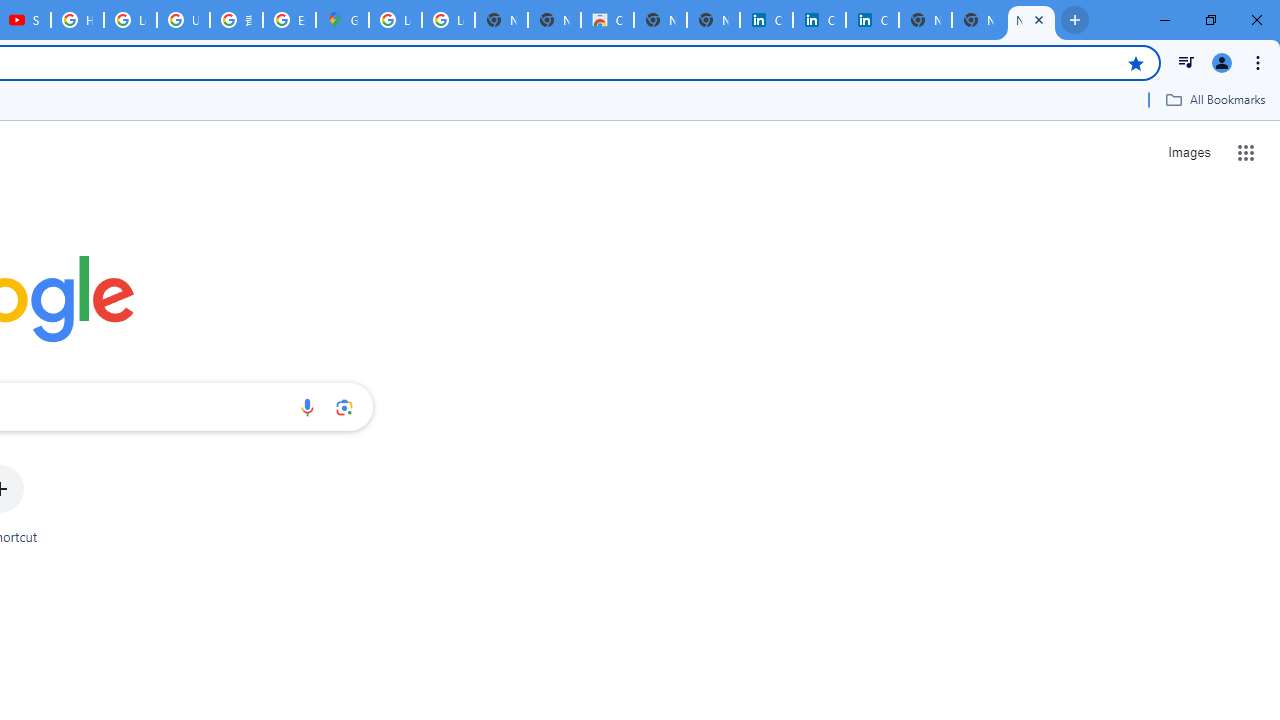  Describe the element at coordinates (765, 20) in the screenshot. I see `'Cookie Policy | LinkedIn'` at that location.